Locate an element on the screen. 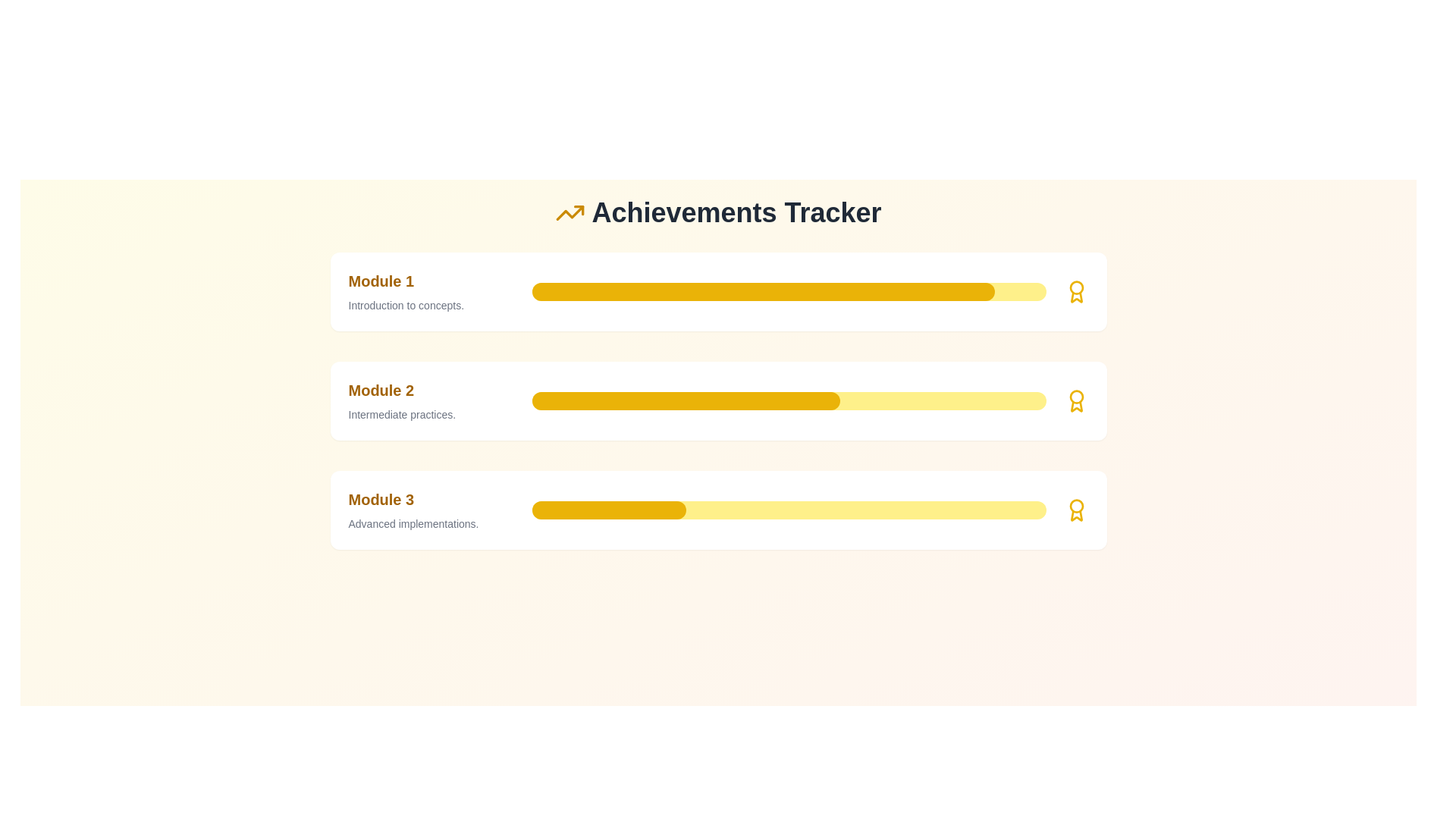 The height and width of the screenshot is (819, 1456). the static text label displaying 'Intermediate practices.' located below the 'Module 2' heading within the second module card is located at coordinates (433, 415).